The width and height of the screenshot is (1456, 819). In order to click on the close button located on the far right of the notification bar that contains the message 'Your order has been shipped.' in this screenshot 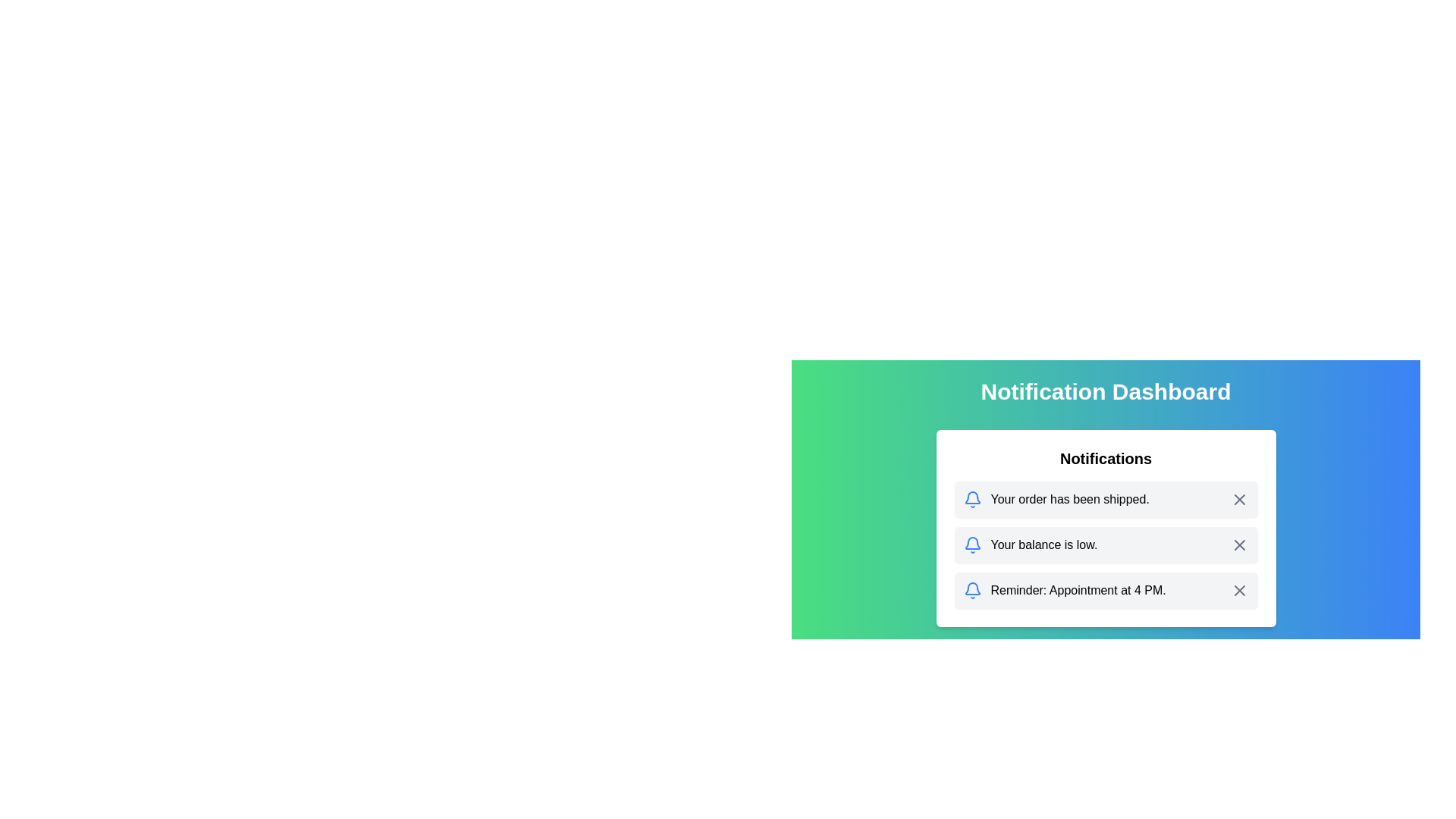, I will do `click(1239, 500)`.